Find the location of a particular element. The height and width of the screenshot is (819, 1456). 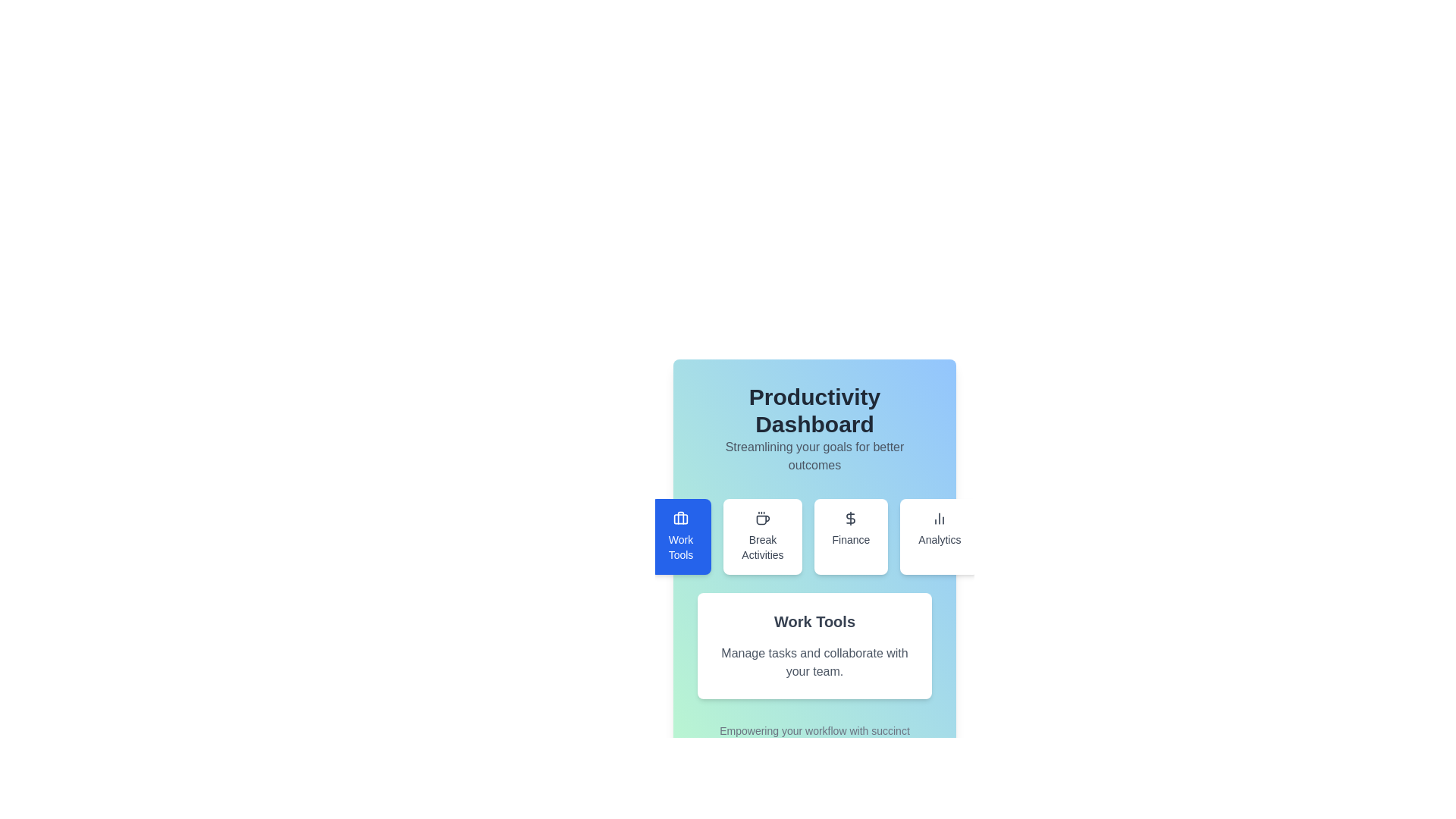

the tab labeled Break Activities to view its content is located at coordinates (762, 536).